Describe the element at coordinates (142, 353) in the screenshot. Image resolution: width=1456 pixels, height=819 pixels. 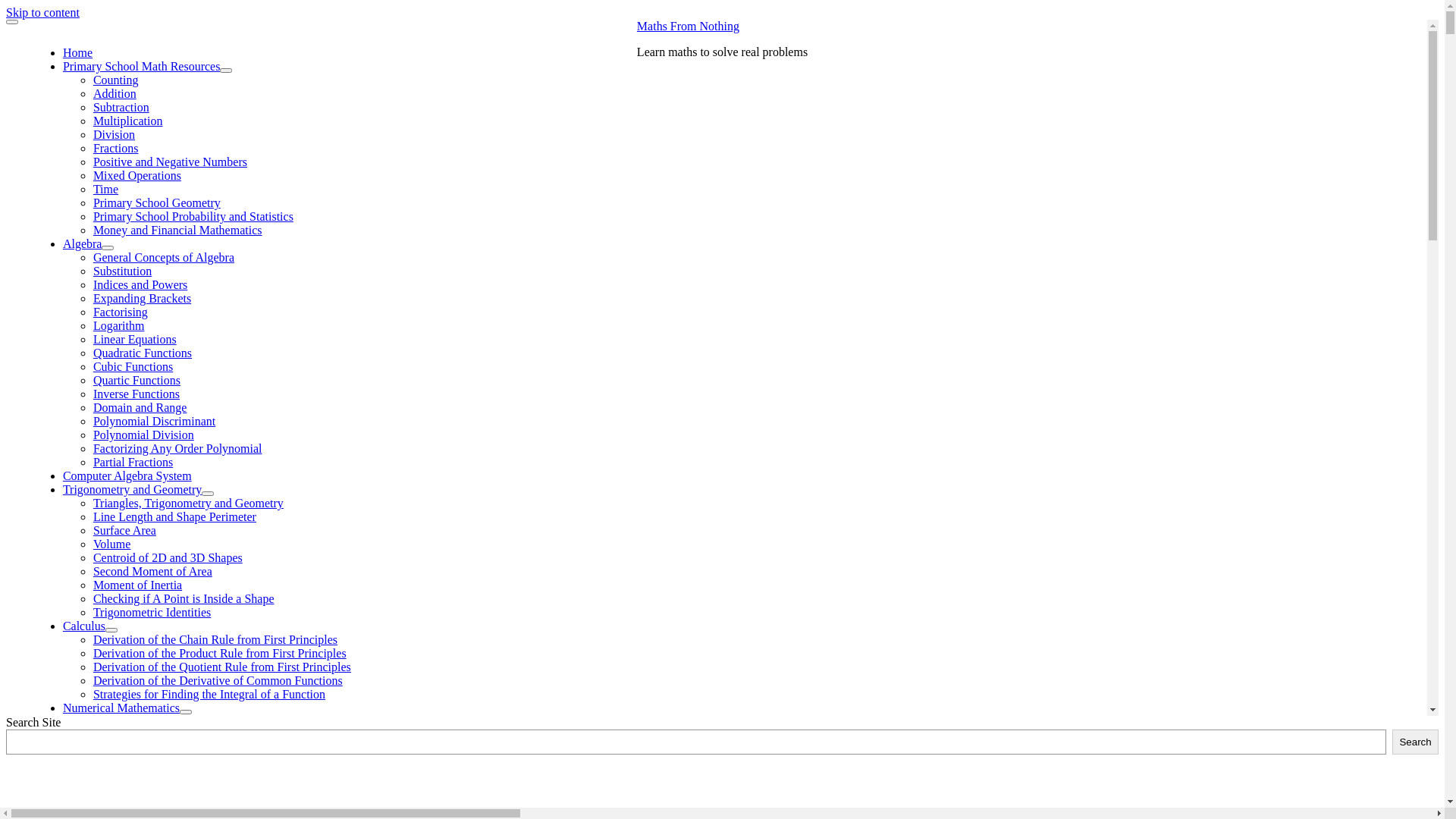
I see `'Quadratic Functions'` at that location.